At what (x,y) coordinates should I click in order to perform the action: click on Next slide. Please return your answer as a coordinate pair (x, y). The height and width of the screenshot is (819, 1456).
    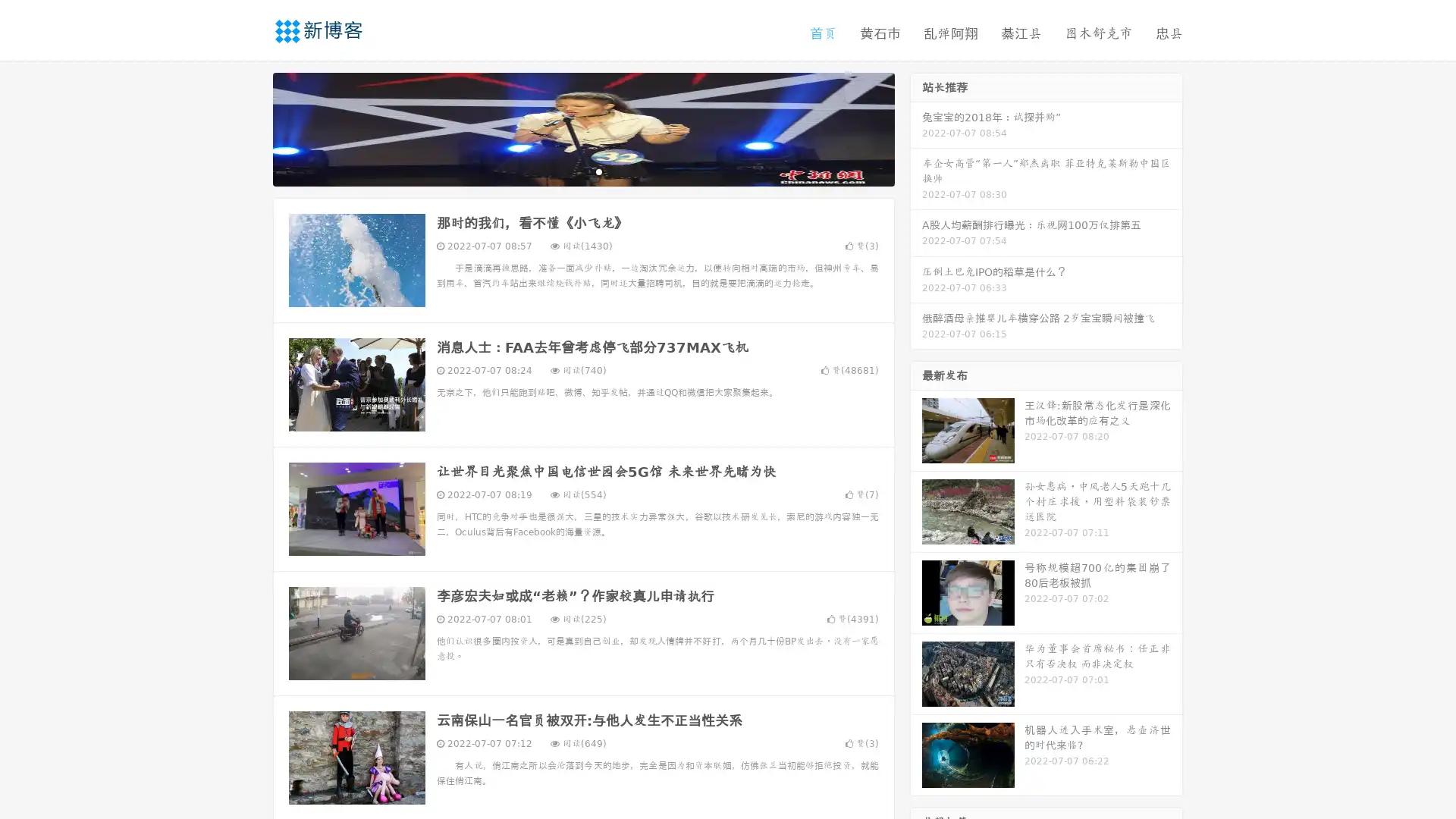
    Looking at the image, I should click on (916, 127).